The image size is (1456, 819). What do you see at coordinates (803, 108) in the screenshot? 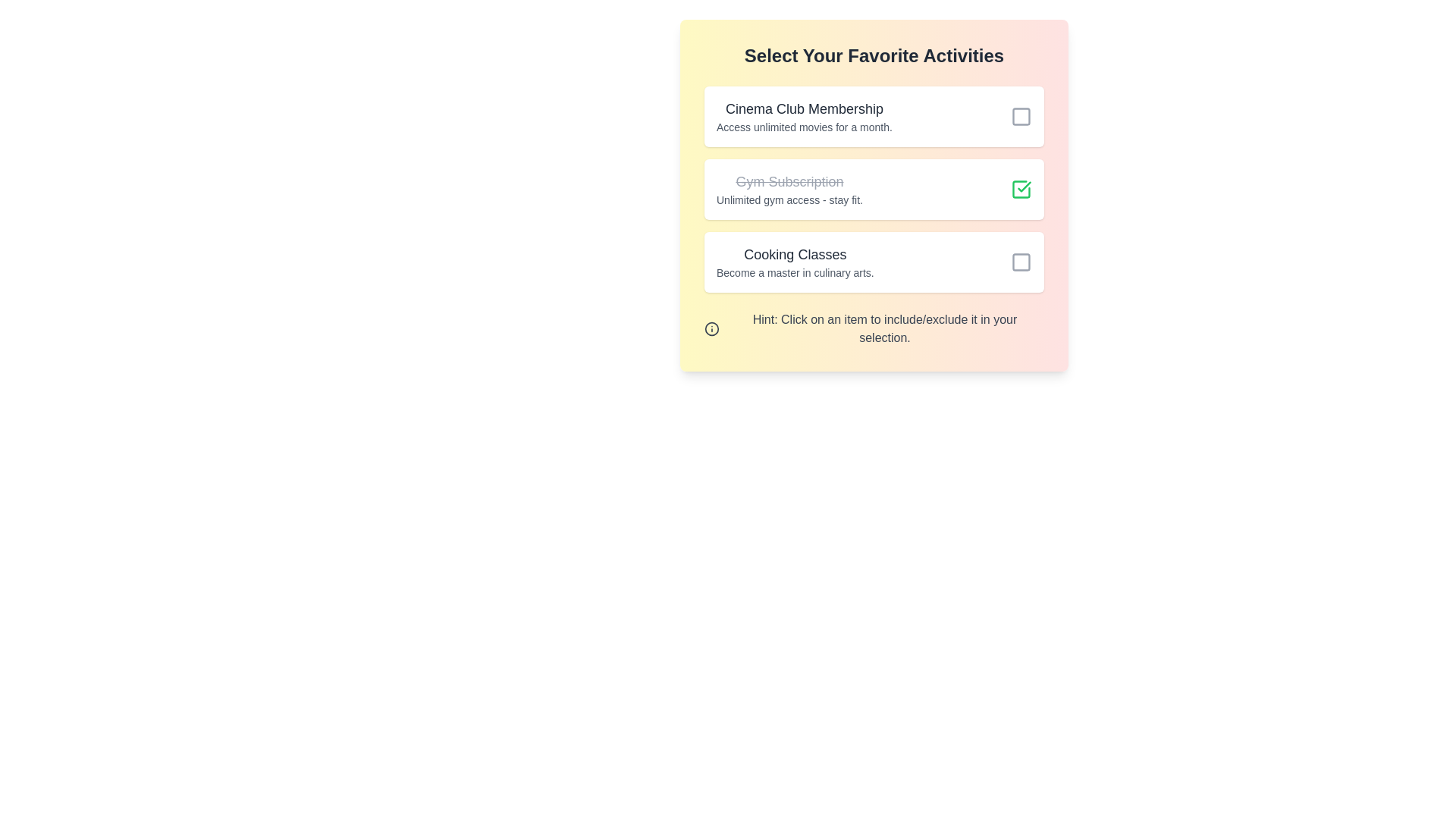
I see `the text label that describes the 'Cinema Club Membership' option, which is positioned at the top of the selection card` at bounding box center [803, 108].